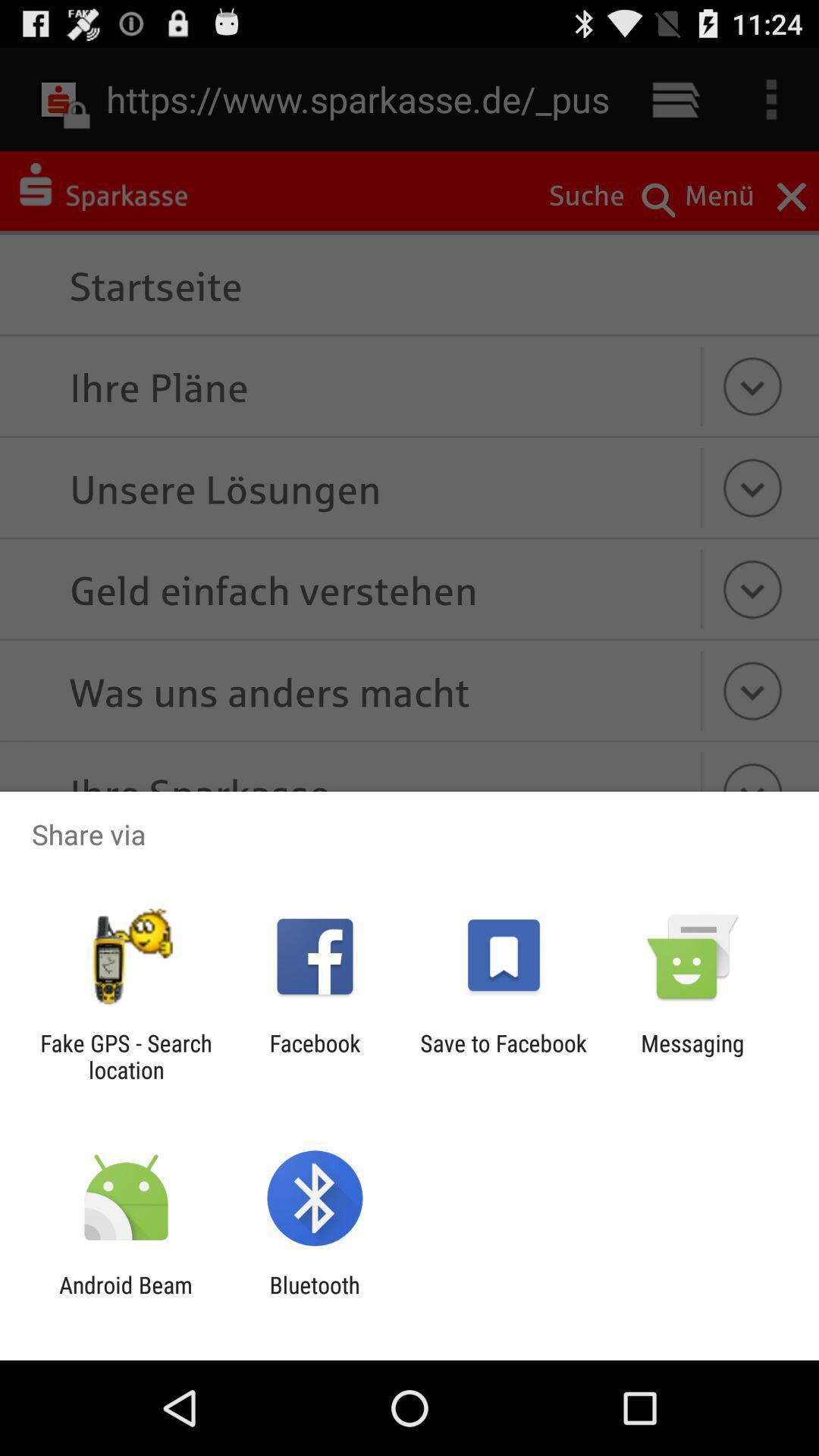 This screenshot has height=1456, width=819. Describe the element at coordinates (125, 1056) in the screenshot. I see `the icon next to the facebook app` at that location.